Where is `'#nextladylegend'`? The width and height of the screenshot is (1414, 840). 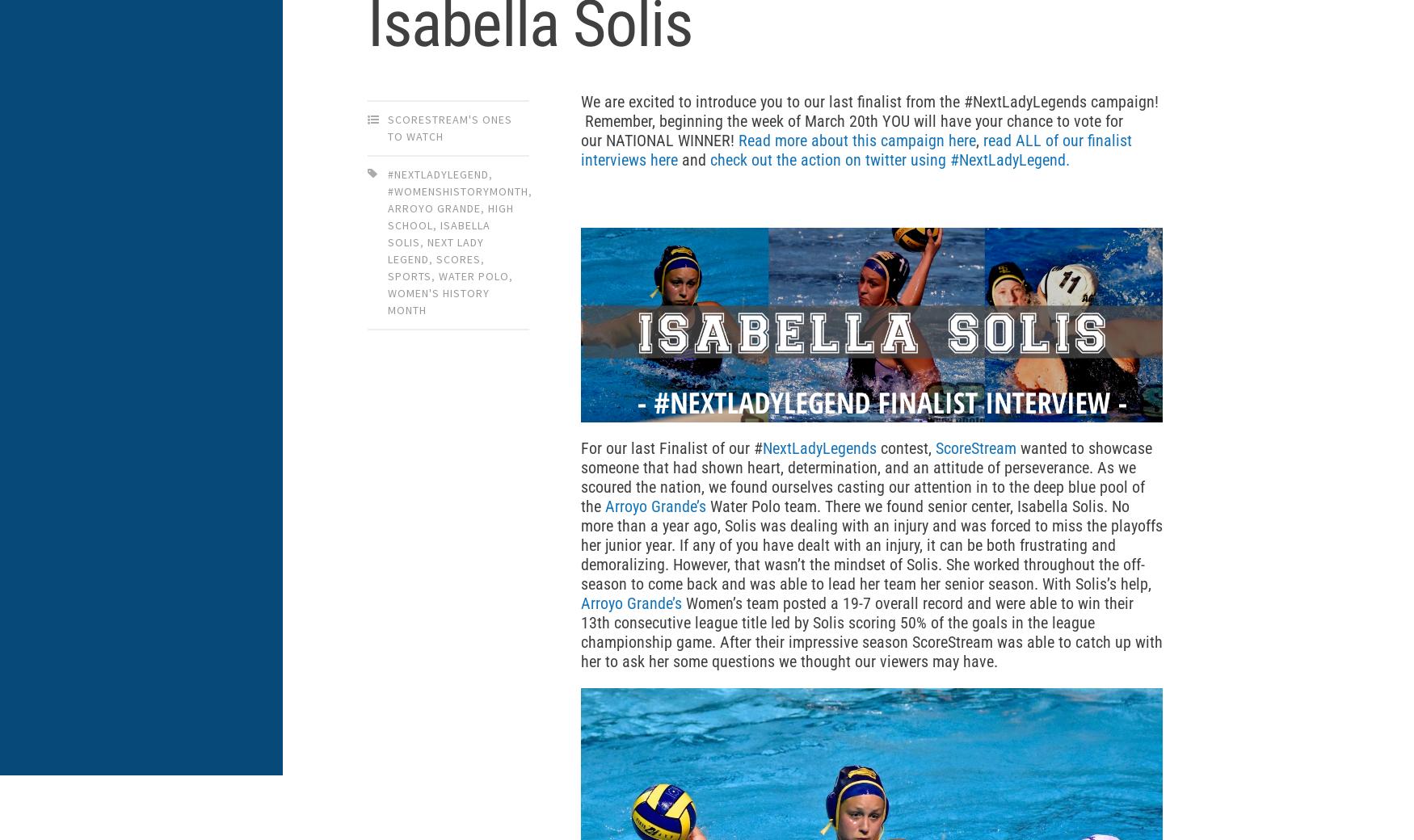
'#nextladylegend' is located at coordinates (388, 174).